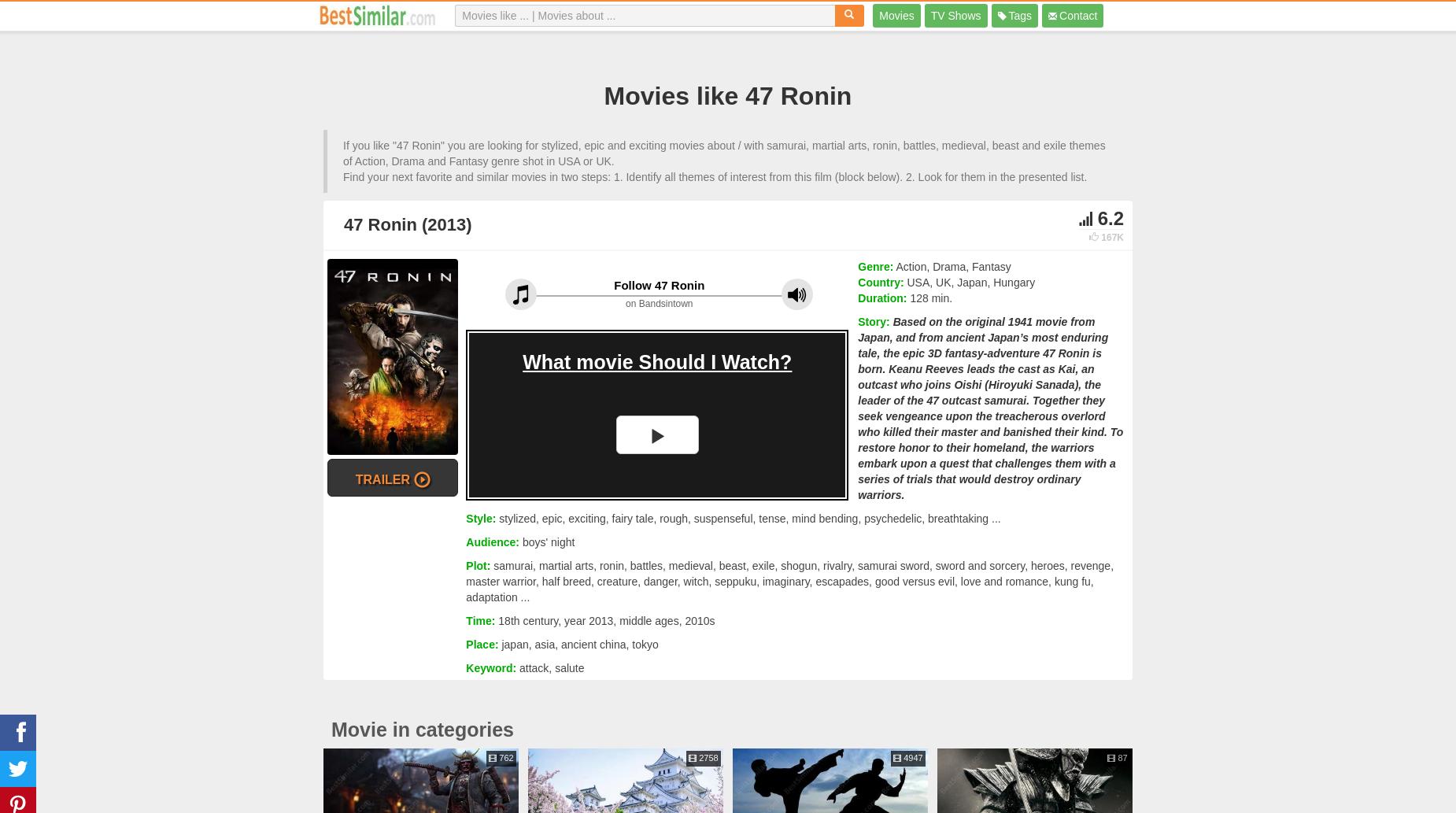 The image size is (1456, 813). I want to click on 'Find your next favorite and similar movies in two steps:
1. Identify all themes of interest from this film (block below).
2. Look for them in the presented list.', so click(715, 176).